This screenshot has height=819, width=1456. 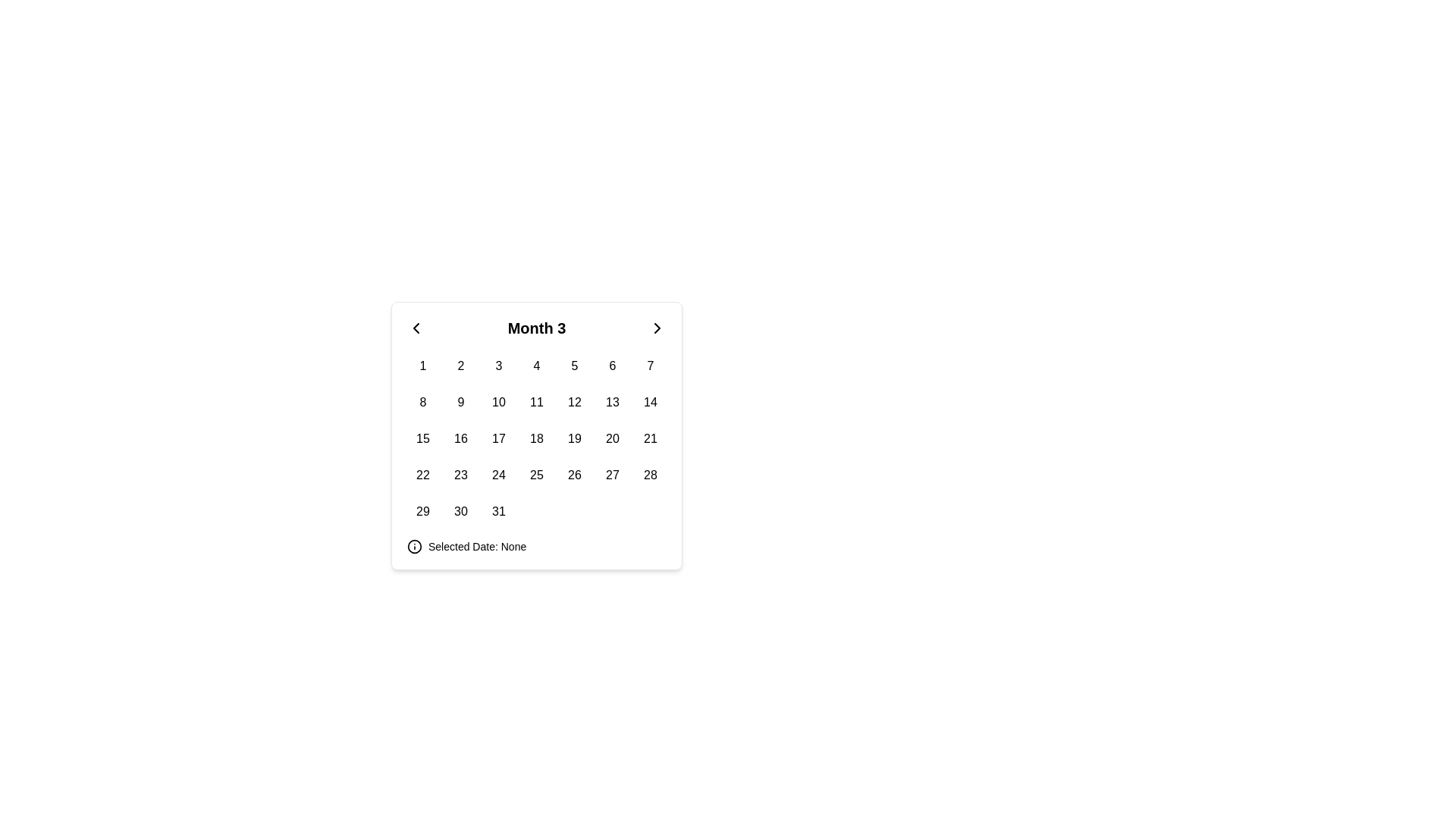 I want to click on the rounded square button labeled '17' in the calendar grid, so click(x=498, y=438).